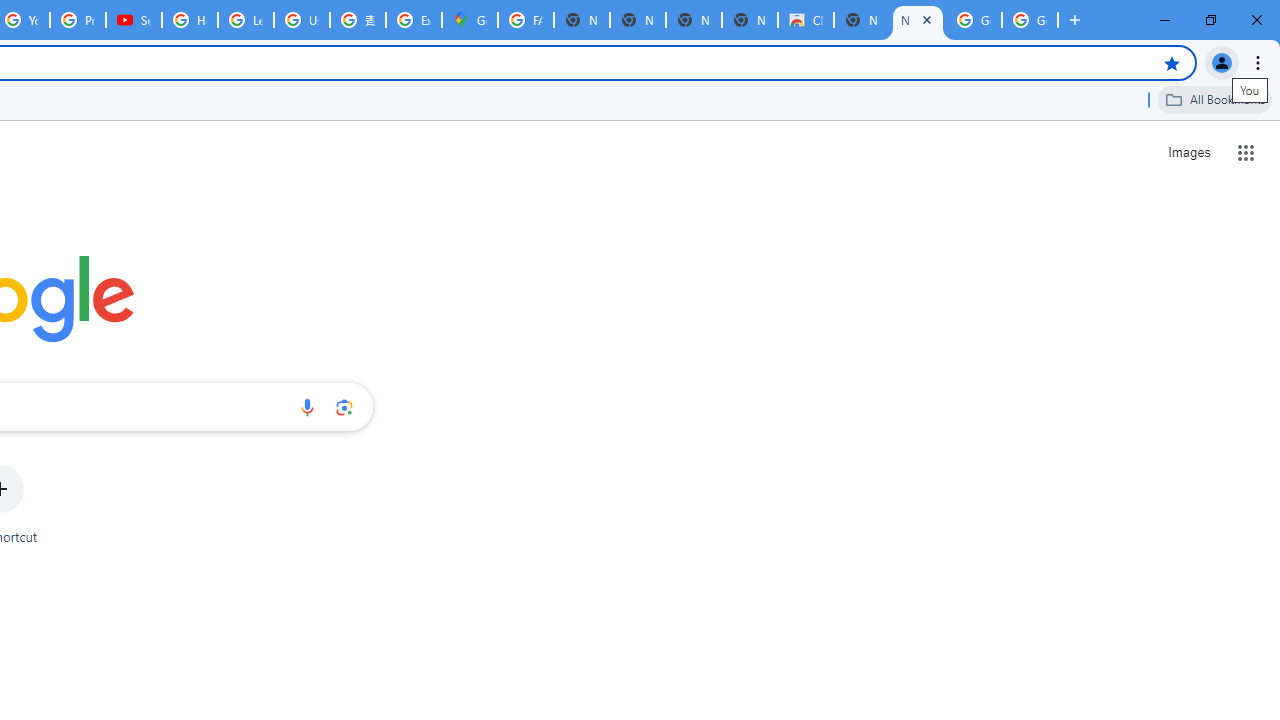 This screenshot has width=1280, height=720. I want to click on 'Google Images', so click(1030, 20).